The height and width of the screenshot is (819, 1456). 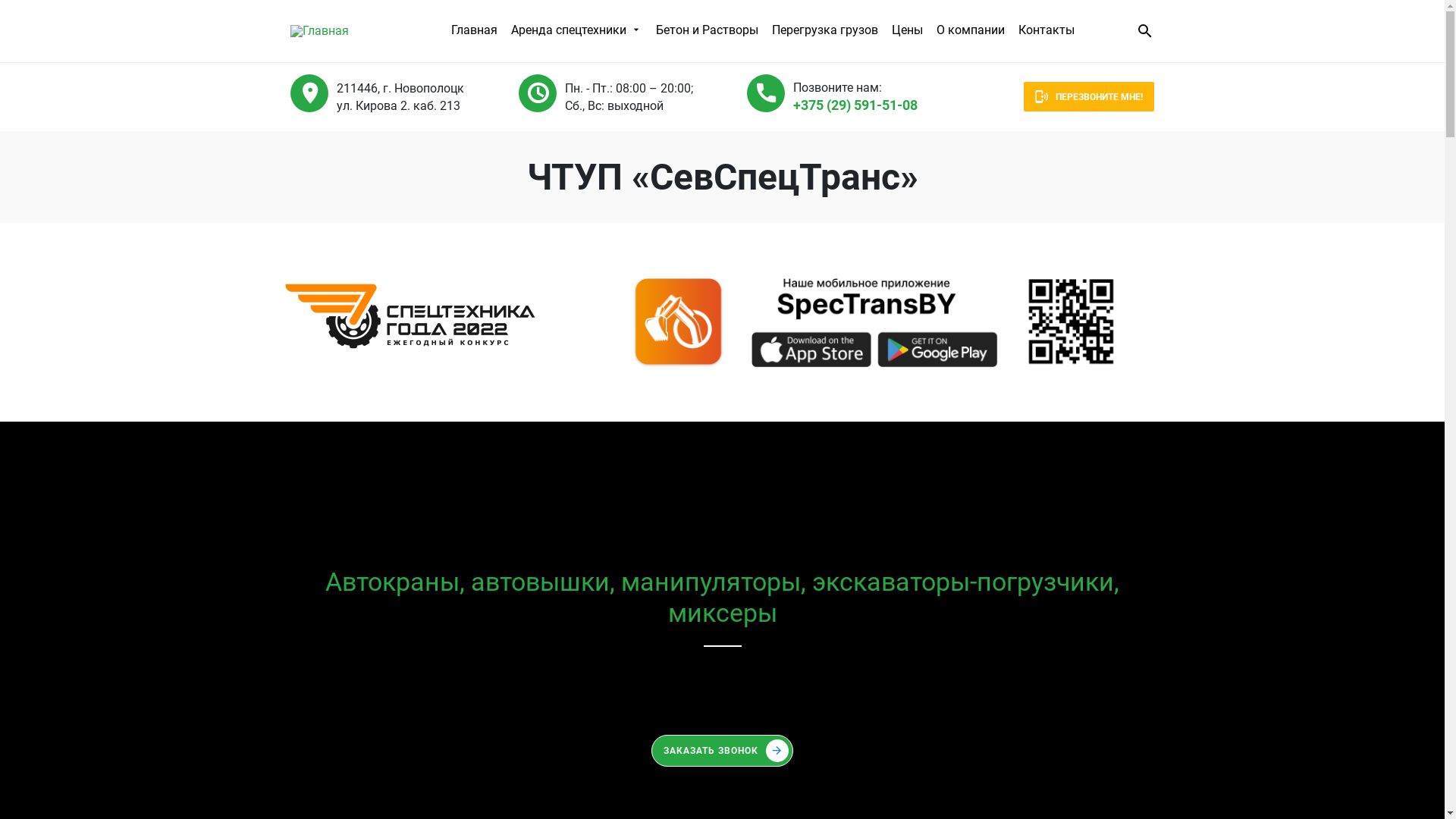 I want to click on '+375 (29) 591-51-08', so click(x=792, y=104).